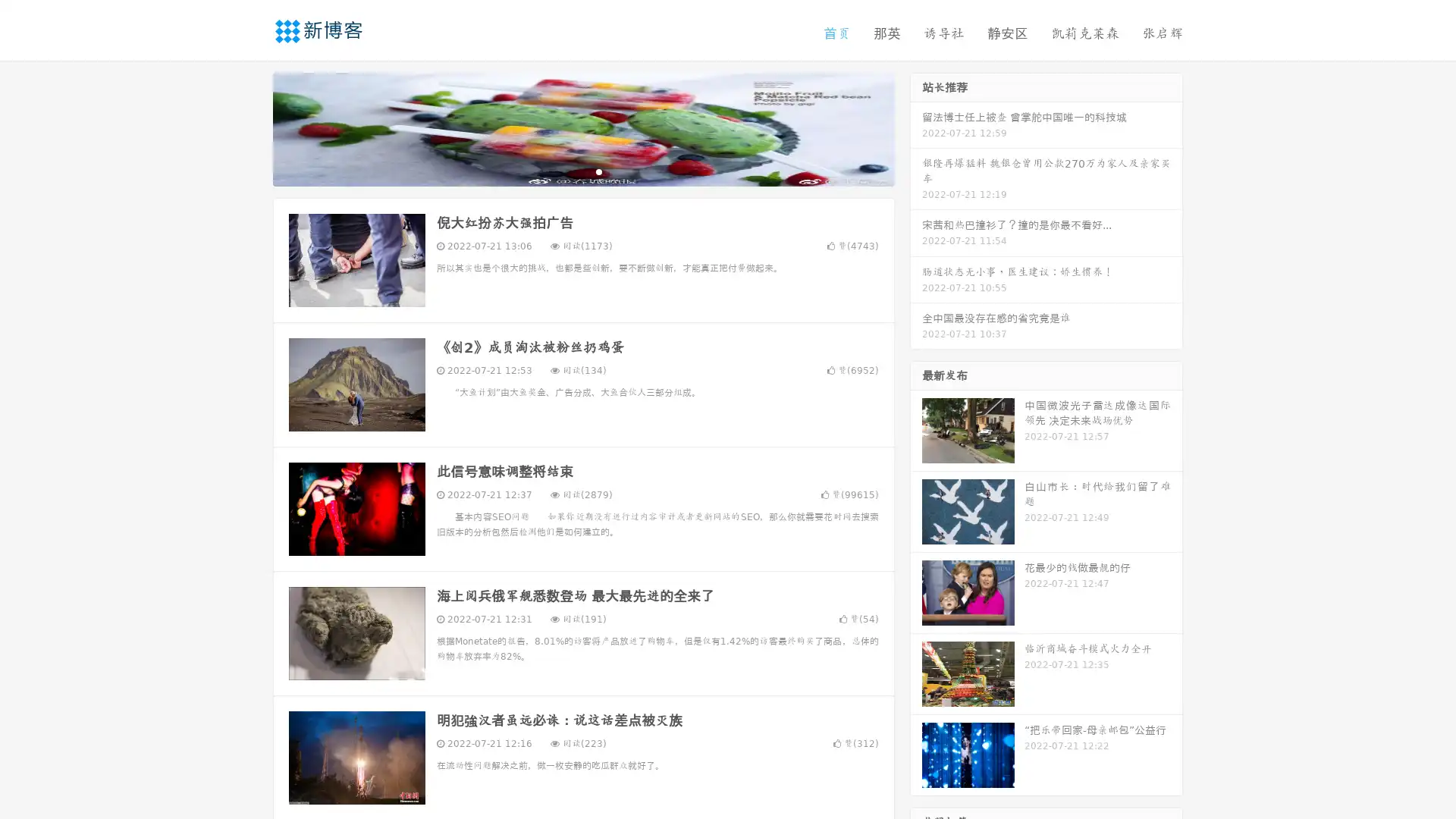  I want to click on Next slide, so click(916, 127).